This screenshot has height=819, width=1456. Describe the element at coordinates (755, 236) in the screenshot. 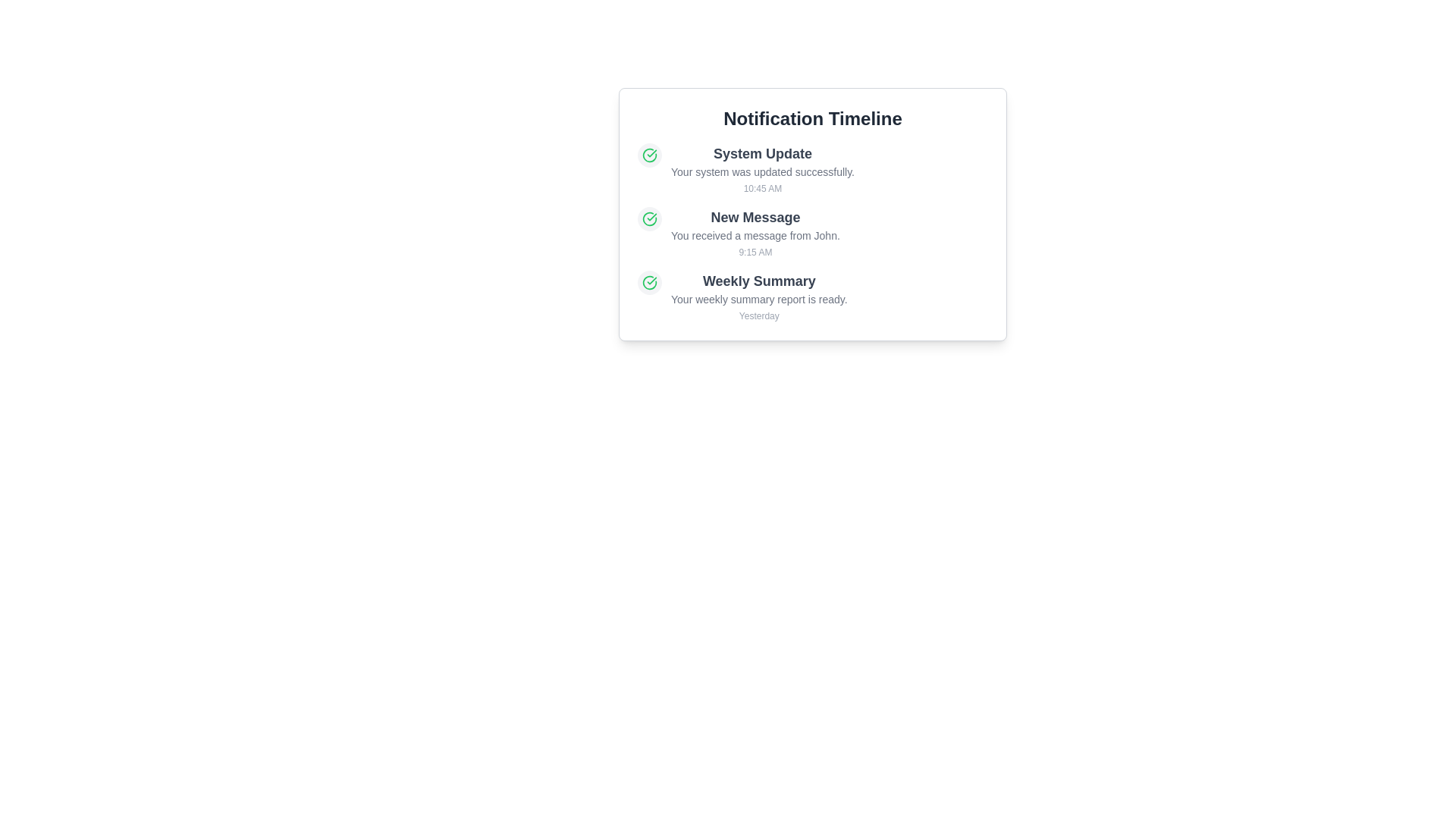

I see `the descriptive text element that indicates the content or context of a received message, located below the 'New Message' header and above the '9:15 AM' timestamp` at that location.